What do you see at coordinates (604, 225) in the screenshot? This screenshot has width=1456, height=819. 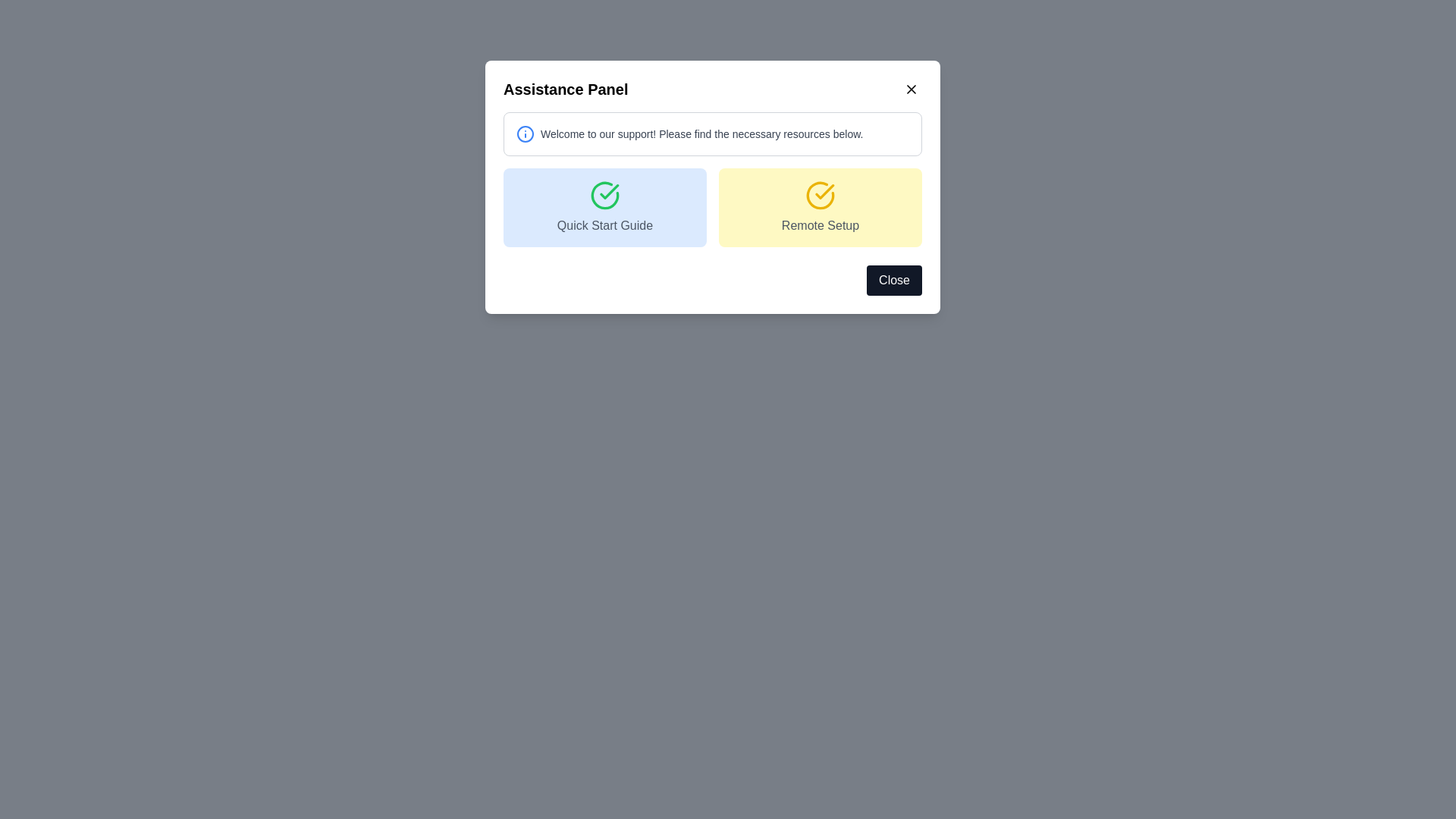 I see `the 'Quick Start Guide' text label located centrally below the green checkmark icon in the left card of two side-by-side cards with a light blue background` at bounding box center [604, 225].